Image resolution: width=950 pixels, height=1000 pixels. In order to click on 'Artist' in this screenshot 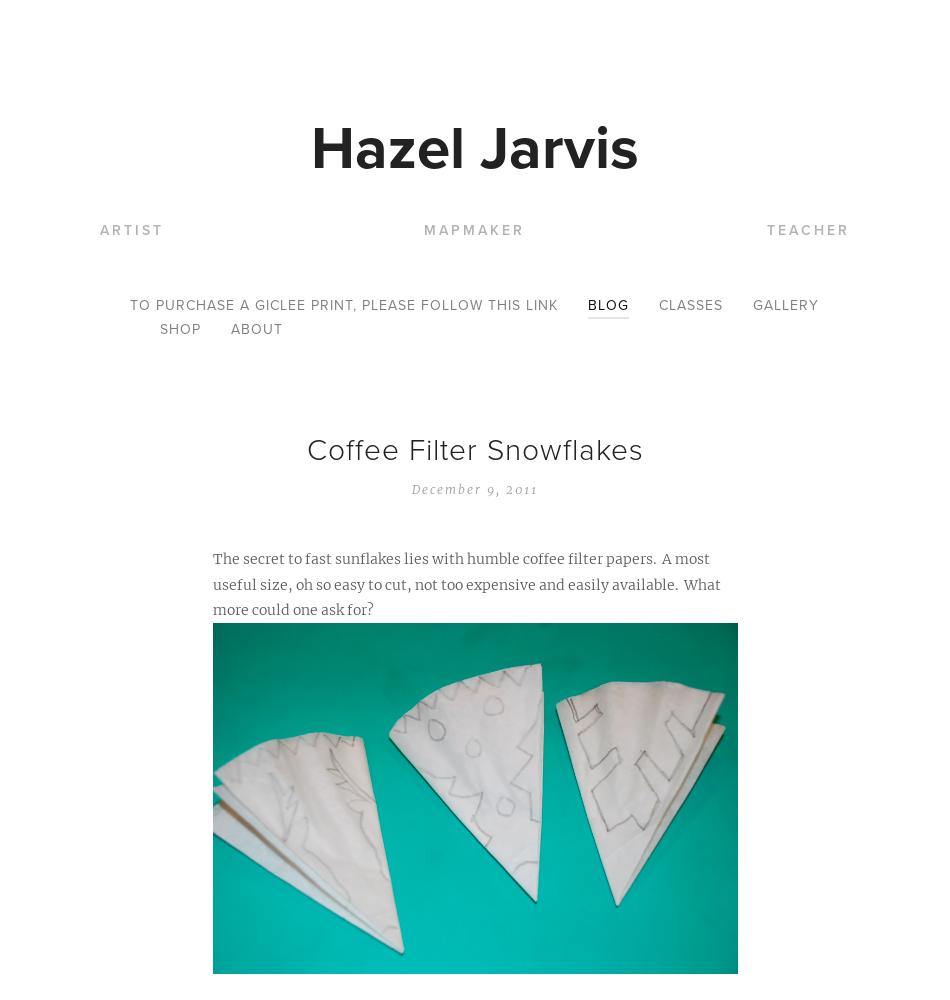, I will do `click(131, 229)`.